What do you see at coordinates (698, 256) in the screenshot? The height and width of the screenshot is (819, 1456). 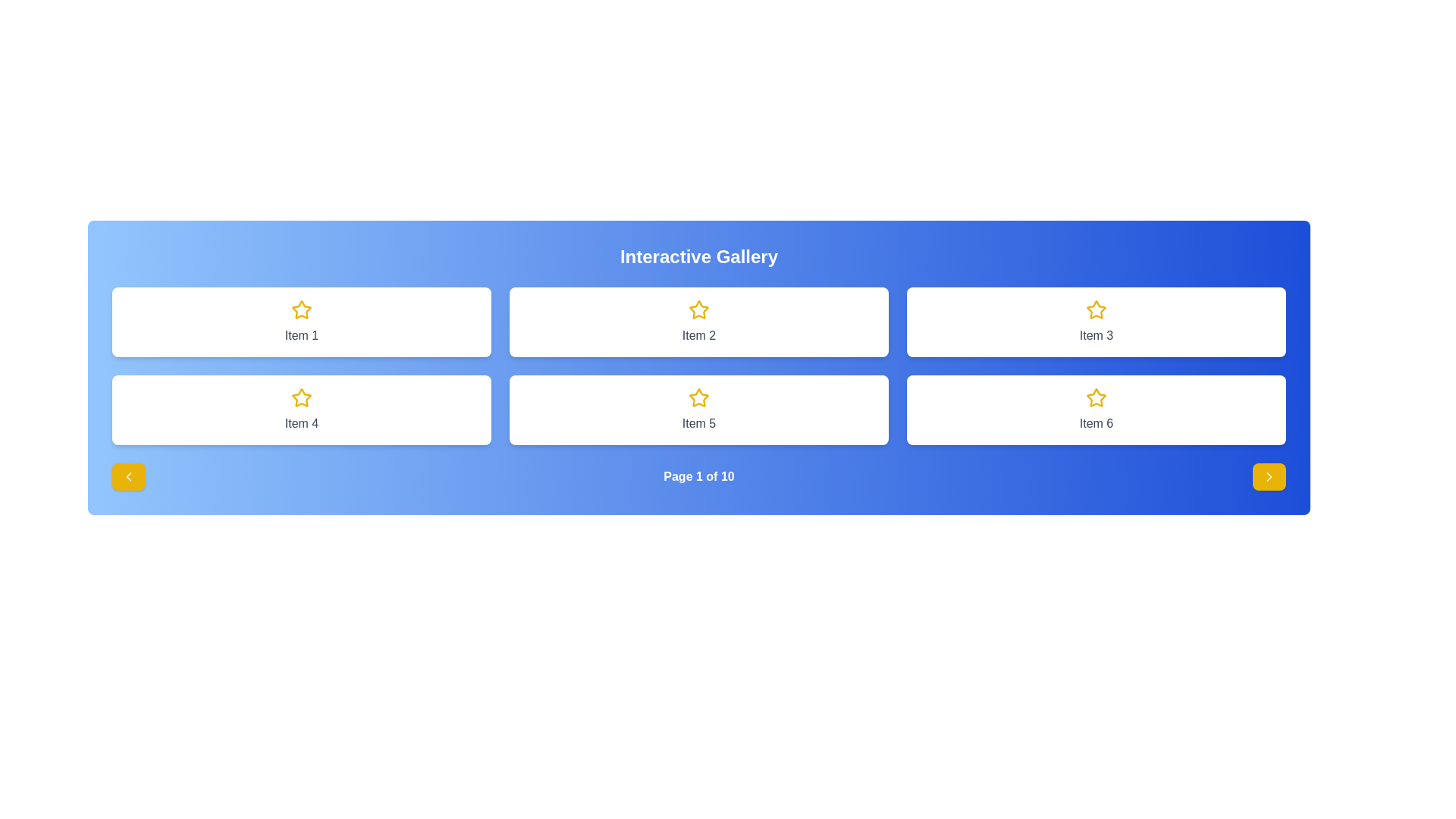 I see `the large, bold, white text label reading 'Interactive Gallery' positioned at the top center of a blue background gradient card` at bounding box center [698, 256].